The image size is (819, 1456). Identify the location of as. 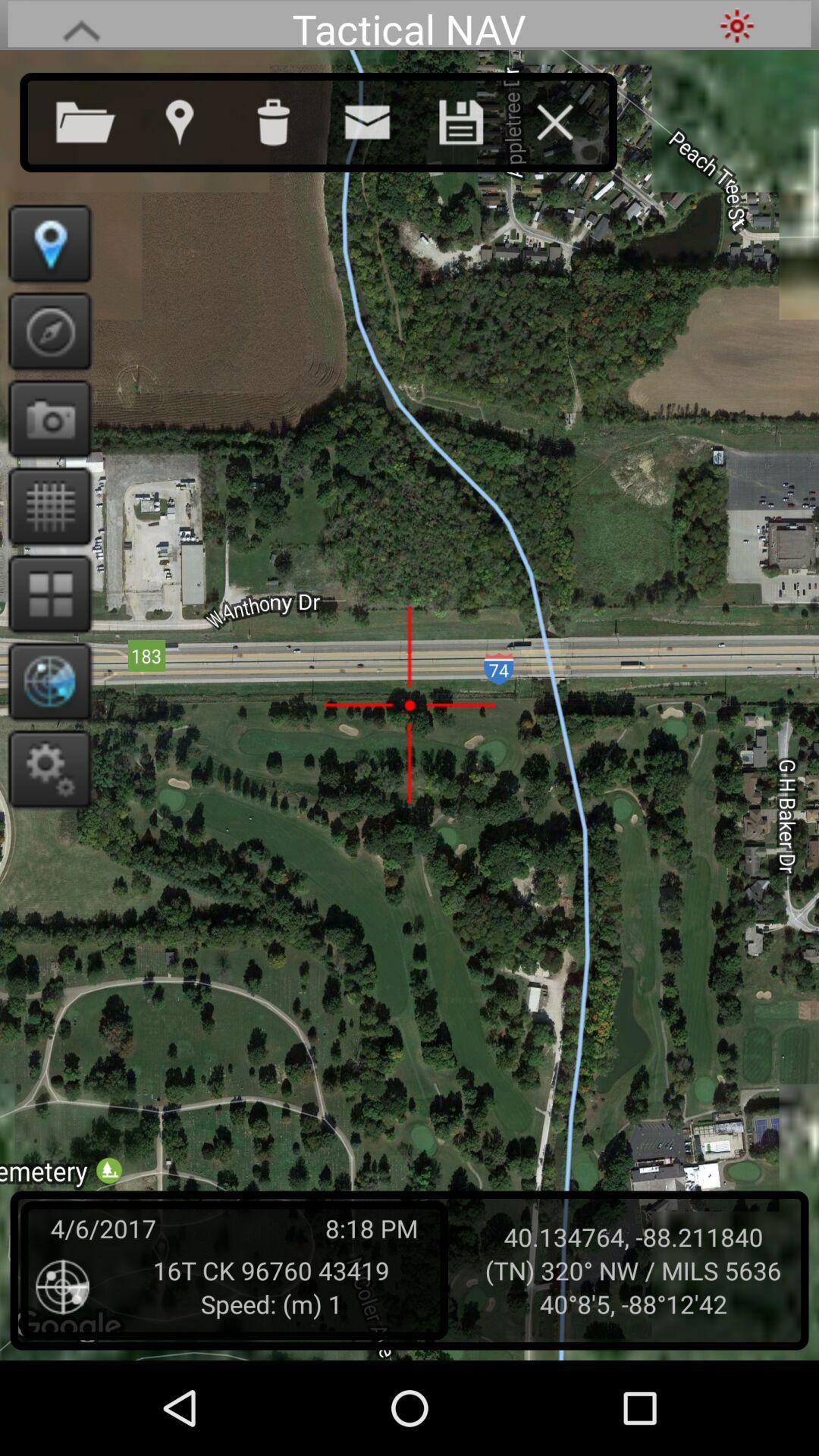
(475, 118).